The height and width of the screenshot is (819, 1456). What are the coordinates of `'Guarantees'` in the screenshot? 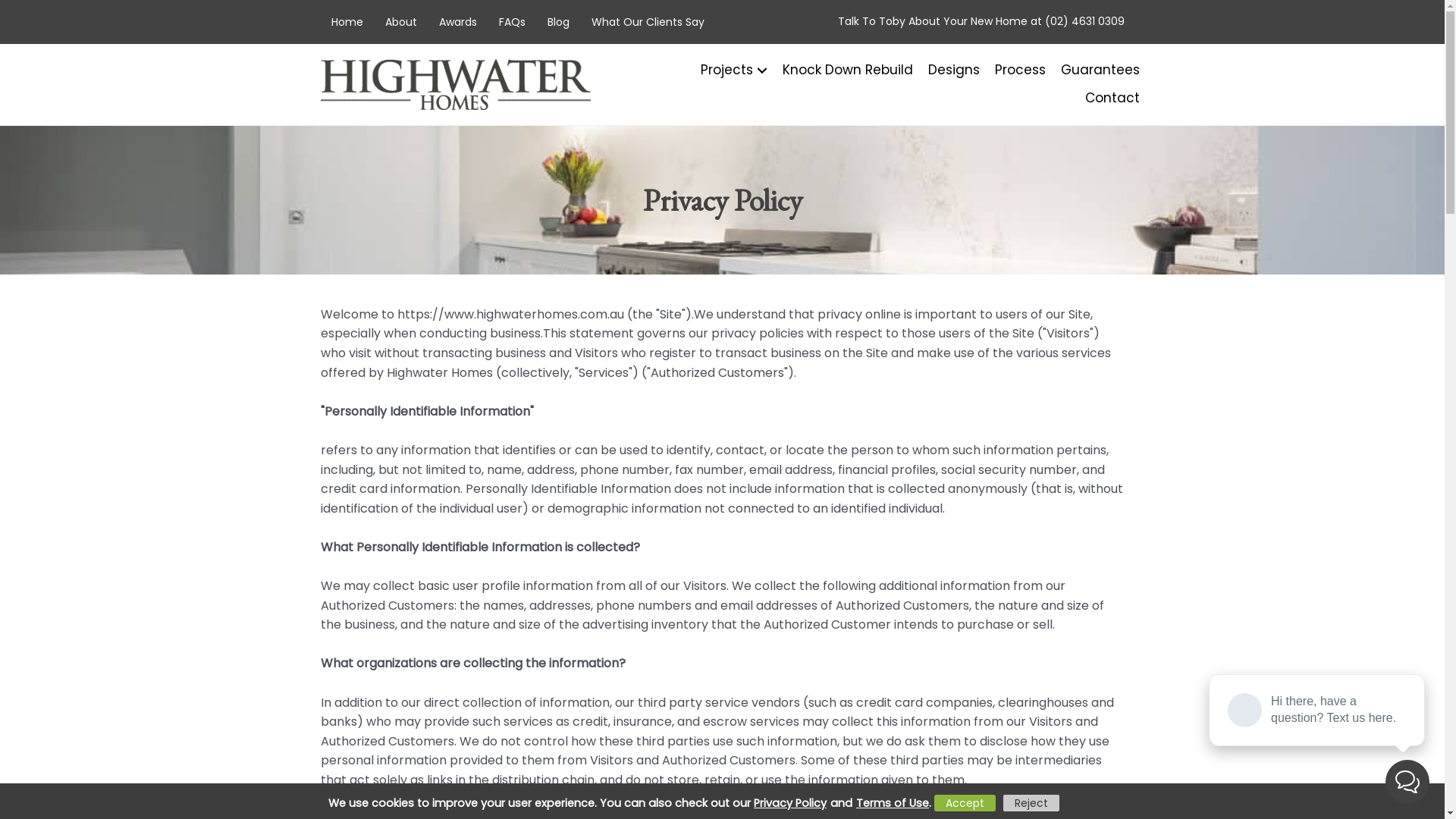 It's located at (1093, 70).